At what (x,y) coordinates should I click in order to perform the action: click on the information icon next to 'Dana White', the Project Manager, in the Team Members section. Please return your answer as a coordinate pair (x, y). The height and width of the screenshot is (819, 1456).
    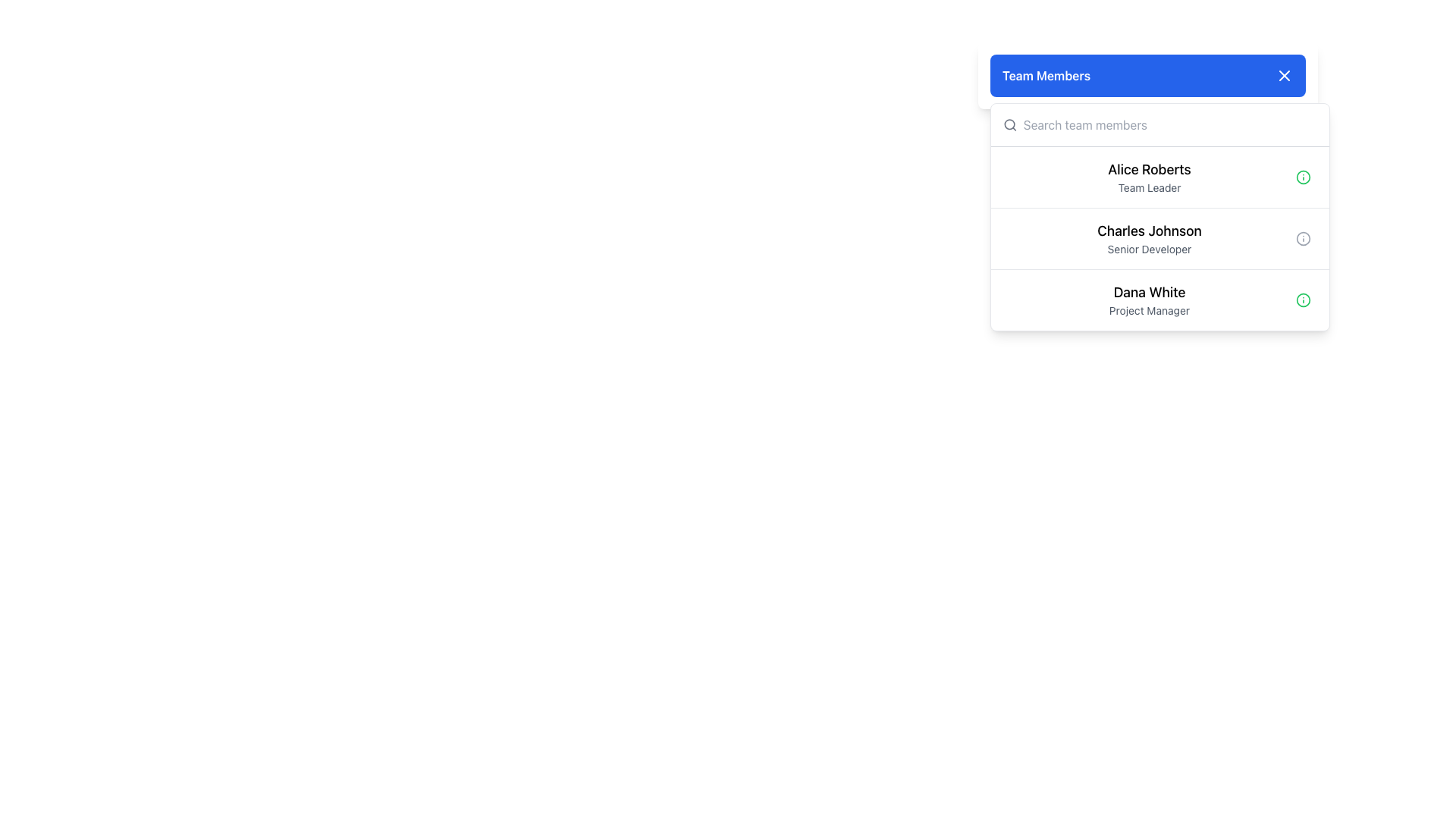
    Looking at the image, I should click on (1302, 300).